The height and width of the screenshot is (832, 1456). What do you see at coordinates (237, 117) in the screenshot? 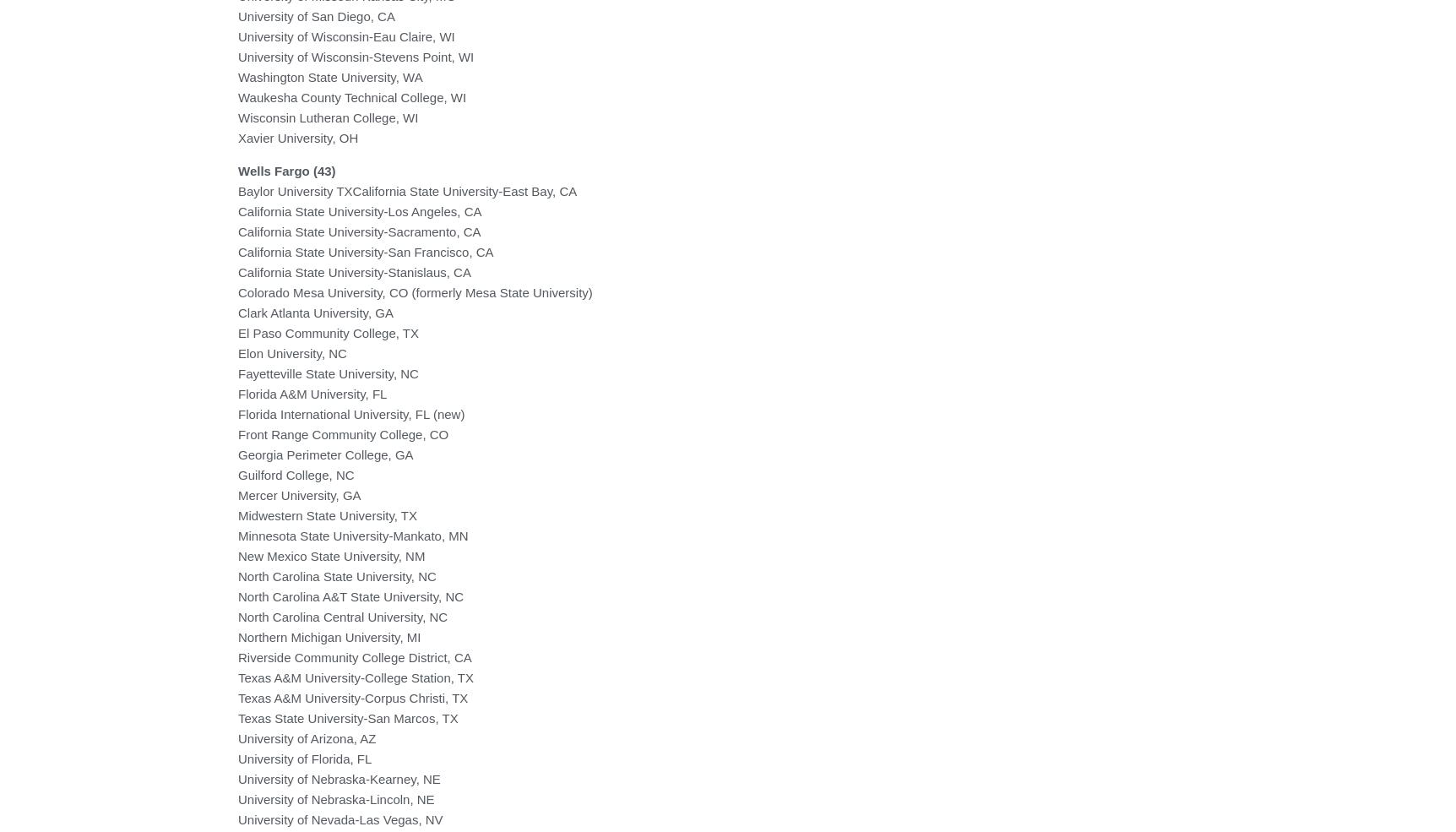
I see `'Wisconsin Lutheran College, WI'` at bounding box center [237, 117].